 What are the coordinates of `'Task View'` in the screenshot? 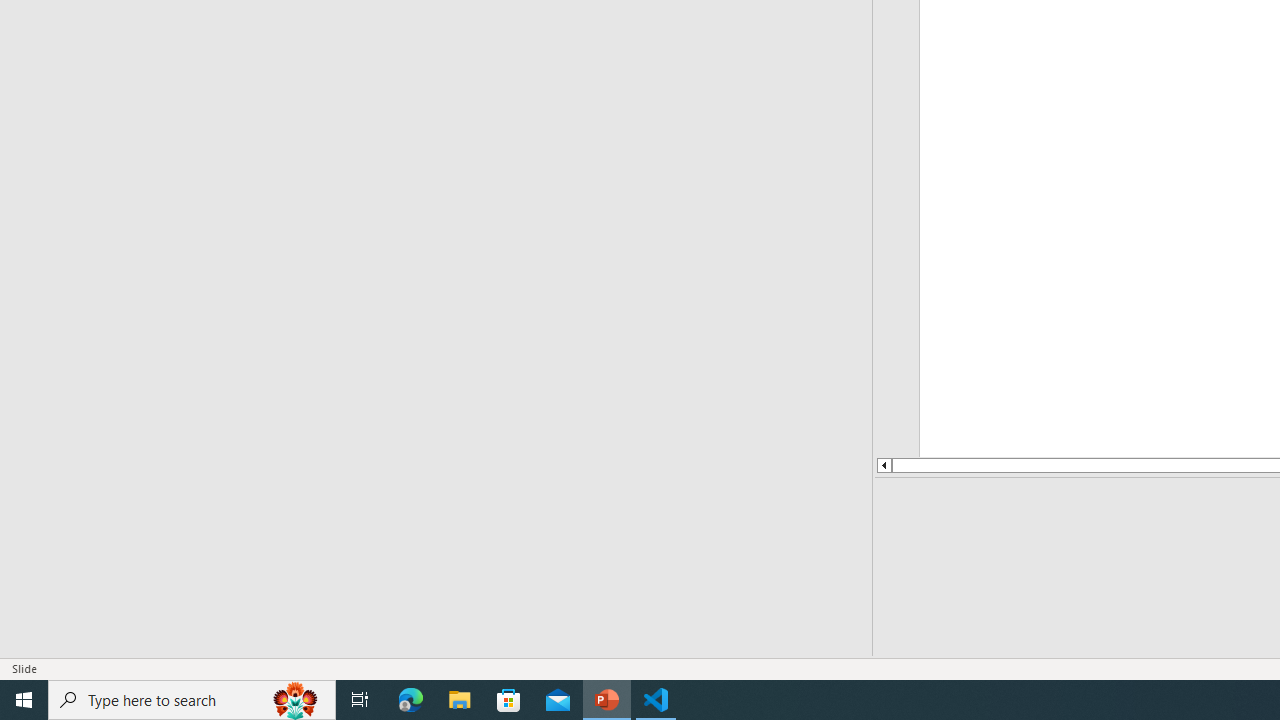 It's located at (359, 698).